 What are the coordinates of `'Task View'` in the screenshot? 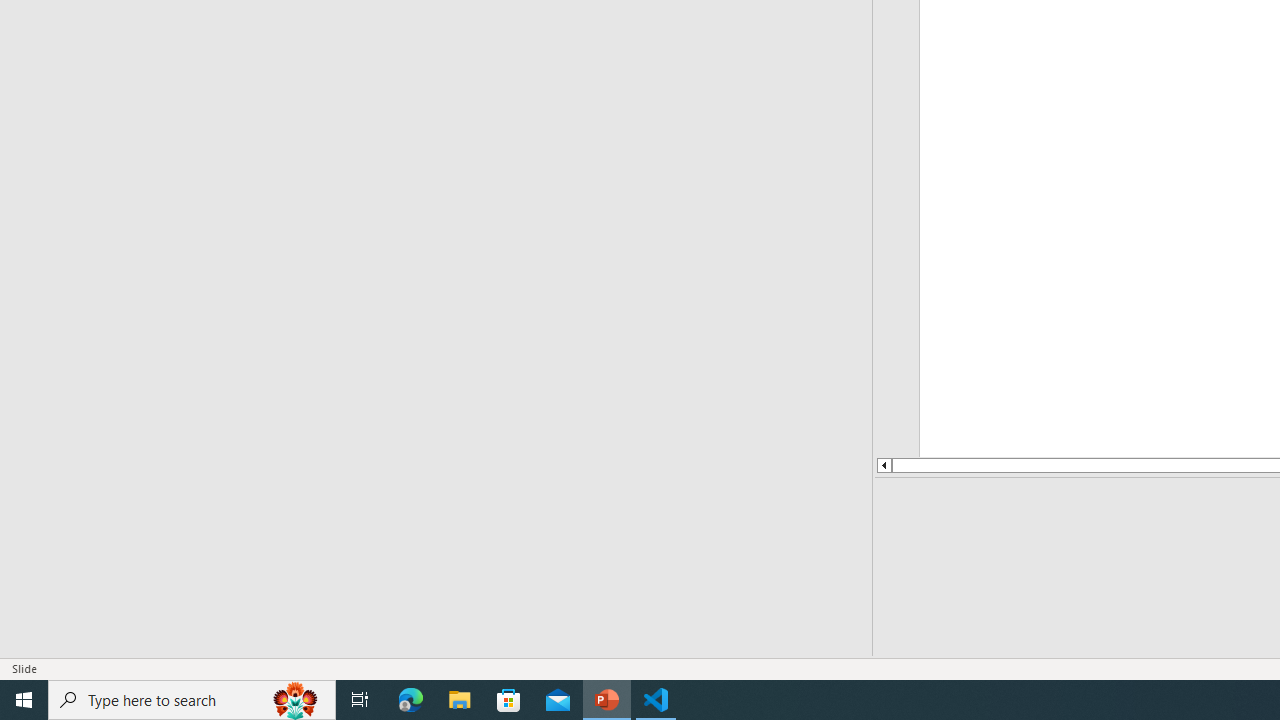 It's located at (359, 698).